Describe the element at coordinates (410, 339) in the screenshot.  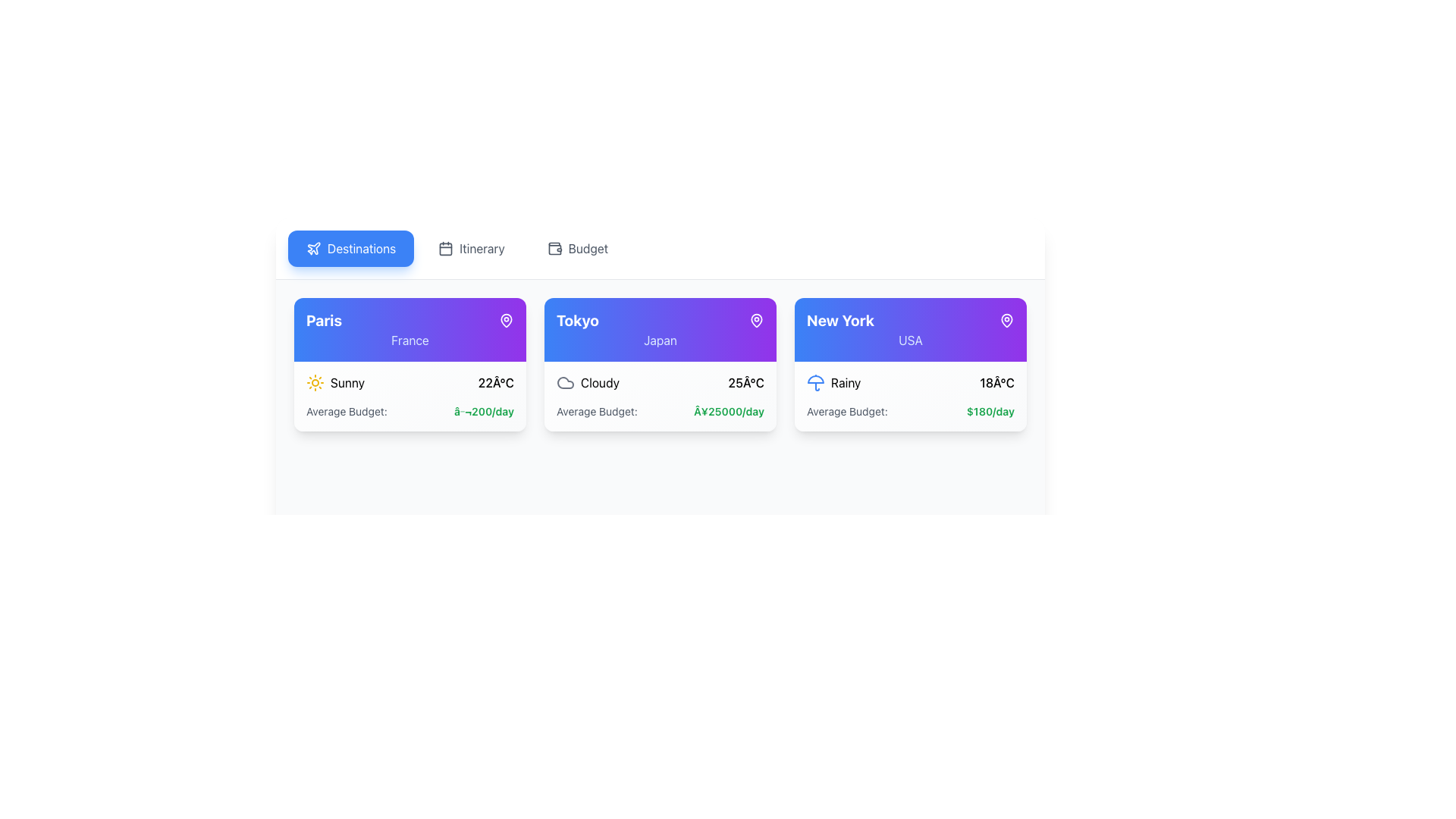
I see `the static text label reading 'France', which is styled with a light blue font color and located beneath the title 'Paris' on a gradient background` at that location.